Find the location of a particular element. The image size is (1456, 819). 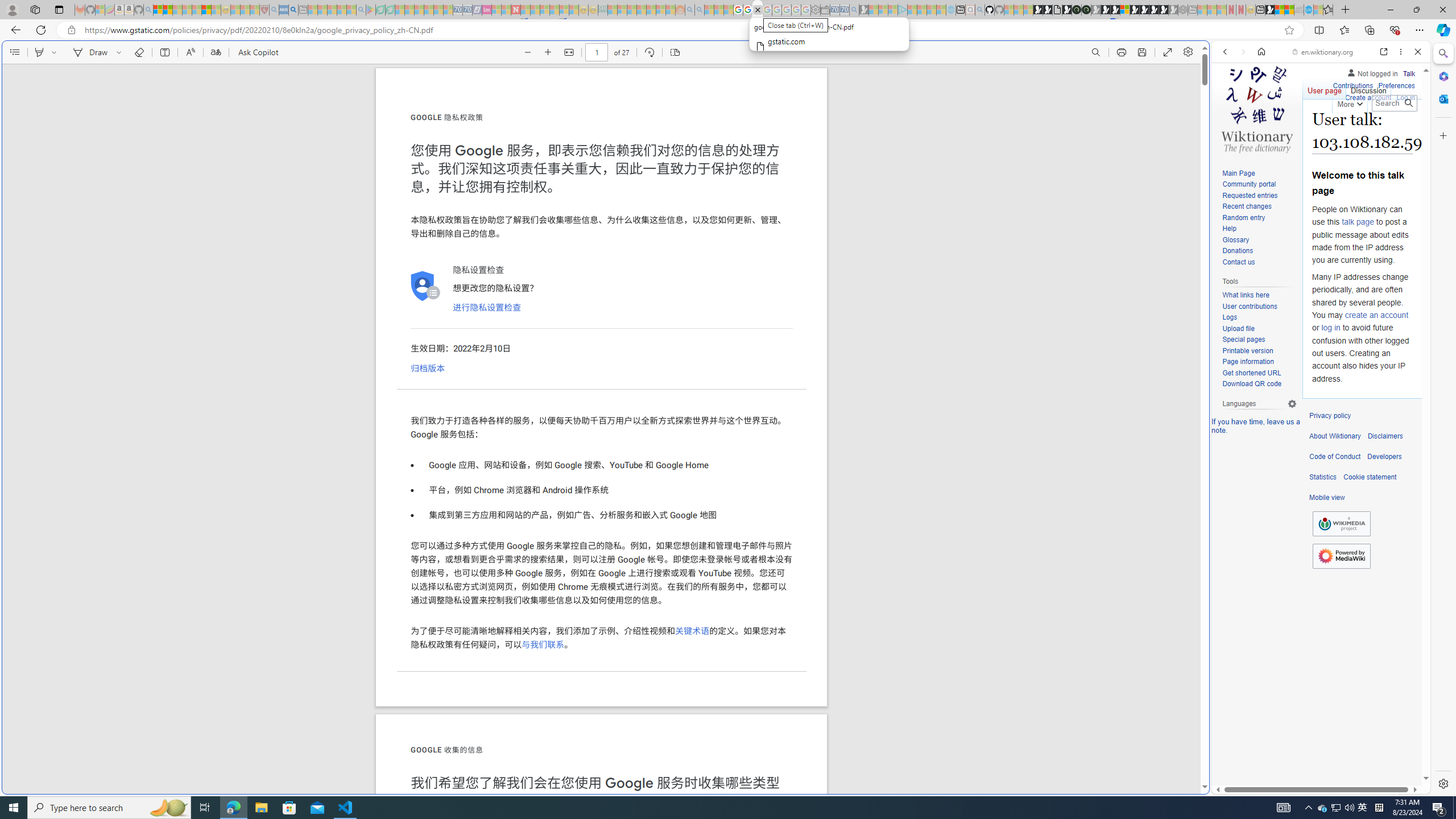

'Cheap Car Rentals - Save70.com - Sleeping' is located at coordinates (843, 9).